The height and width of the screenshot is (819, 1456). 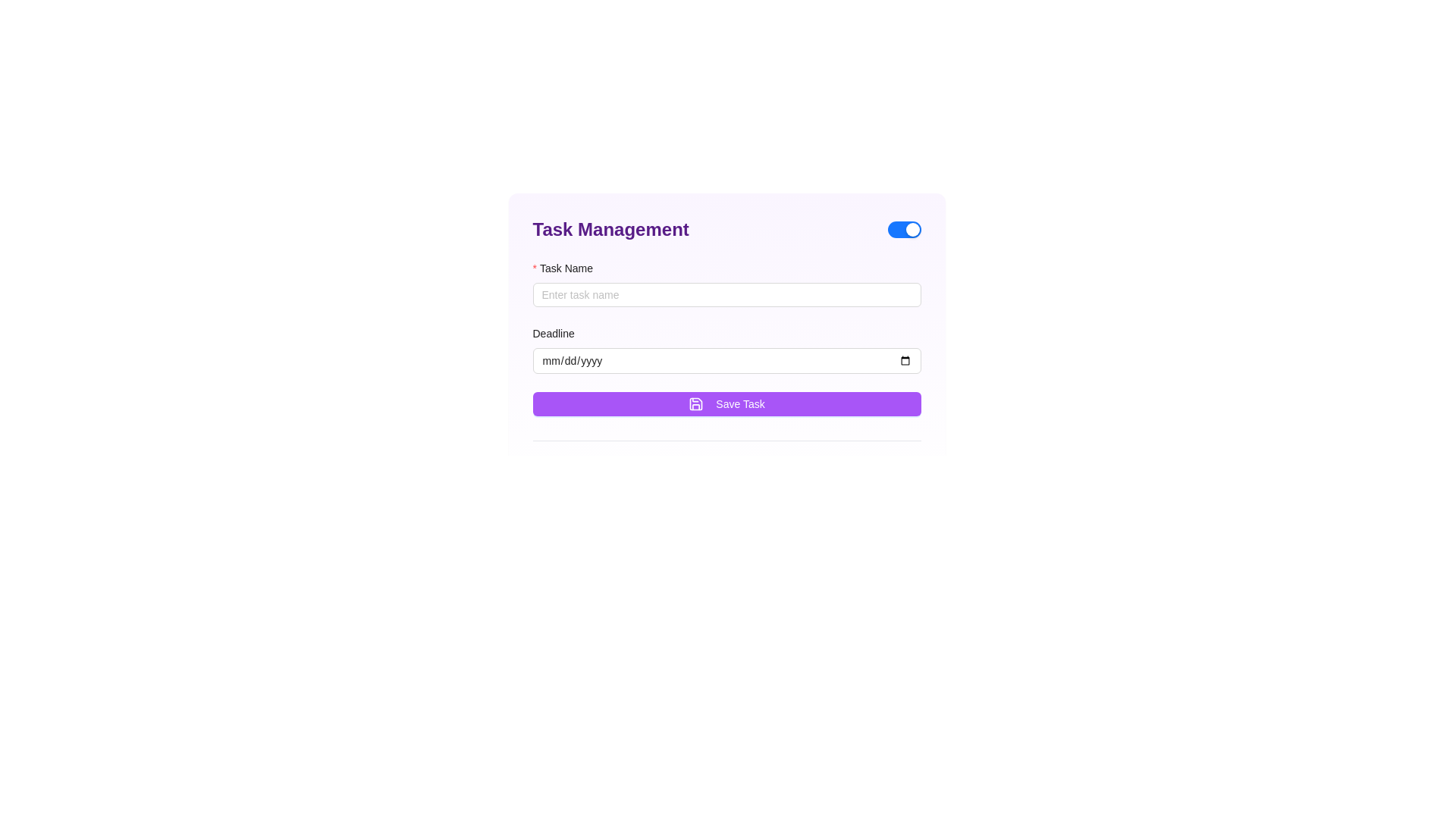 I want to click on the Switch indicator located on the right side of the 'Task Management' heading, which visually represents the active state of a toggle switch, so click(x=899, y=230).